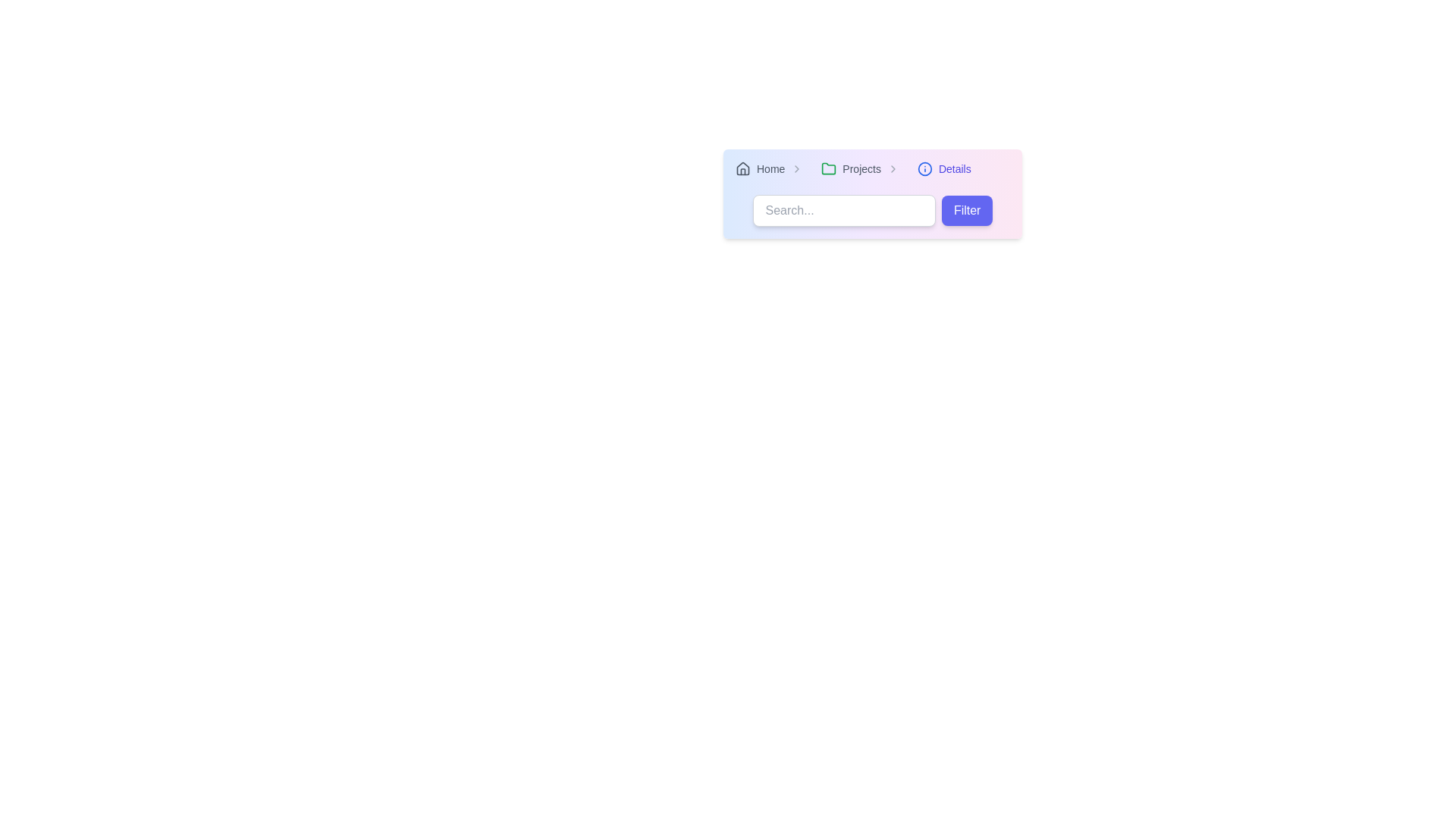  What do you see at coordinates (966, 210) in the screenshot?
I see `the indigo 'Filter' button with rounded corners to trigger its hover state effect` at bounding box center [966, 210].